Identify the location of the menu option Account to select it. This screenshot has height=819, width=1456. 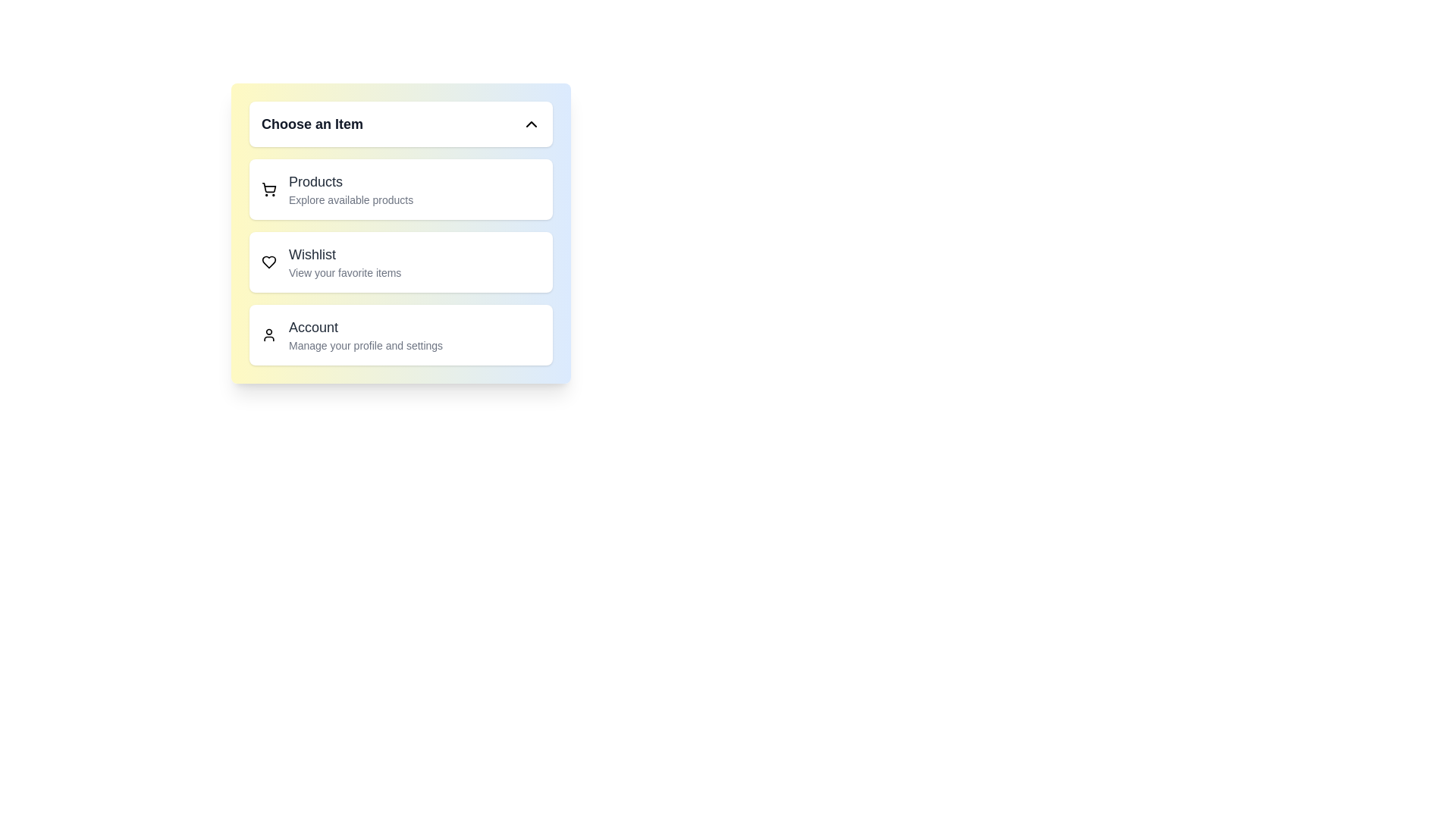
(400, 334).